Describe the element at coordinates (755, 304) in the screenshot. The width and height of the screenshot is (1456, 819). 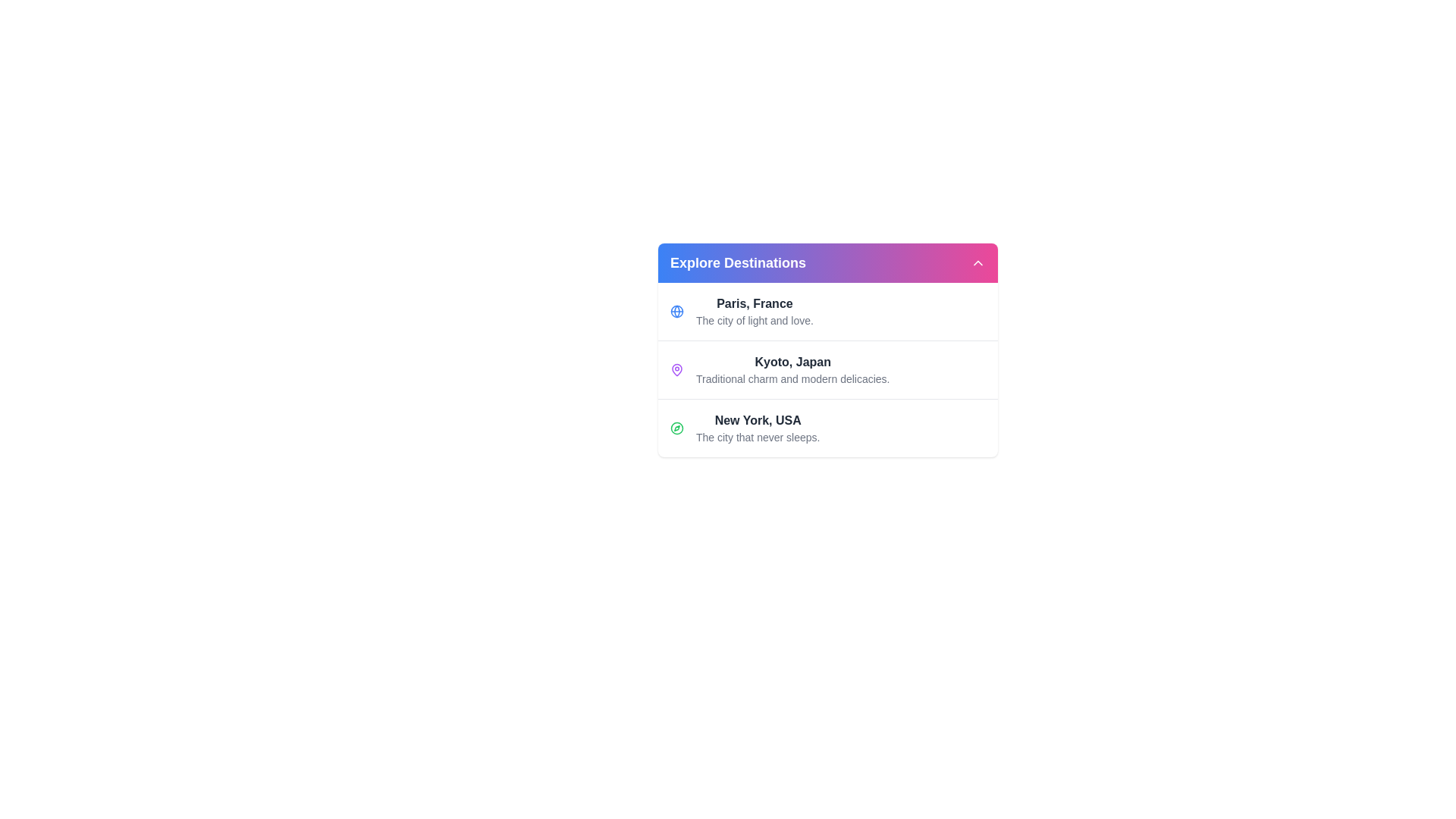
I see `text label displaying 'Paris, France' which is prominently positioned above a smaller description within the card layout under the header 'Explore Destinations.'` at that location.